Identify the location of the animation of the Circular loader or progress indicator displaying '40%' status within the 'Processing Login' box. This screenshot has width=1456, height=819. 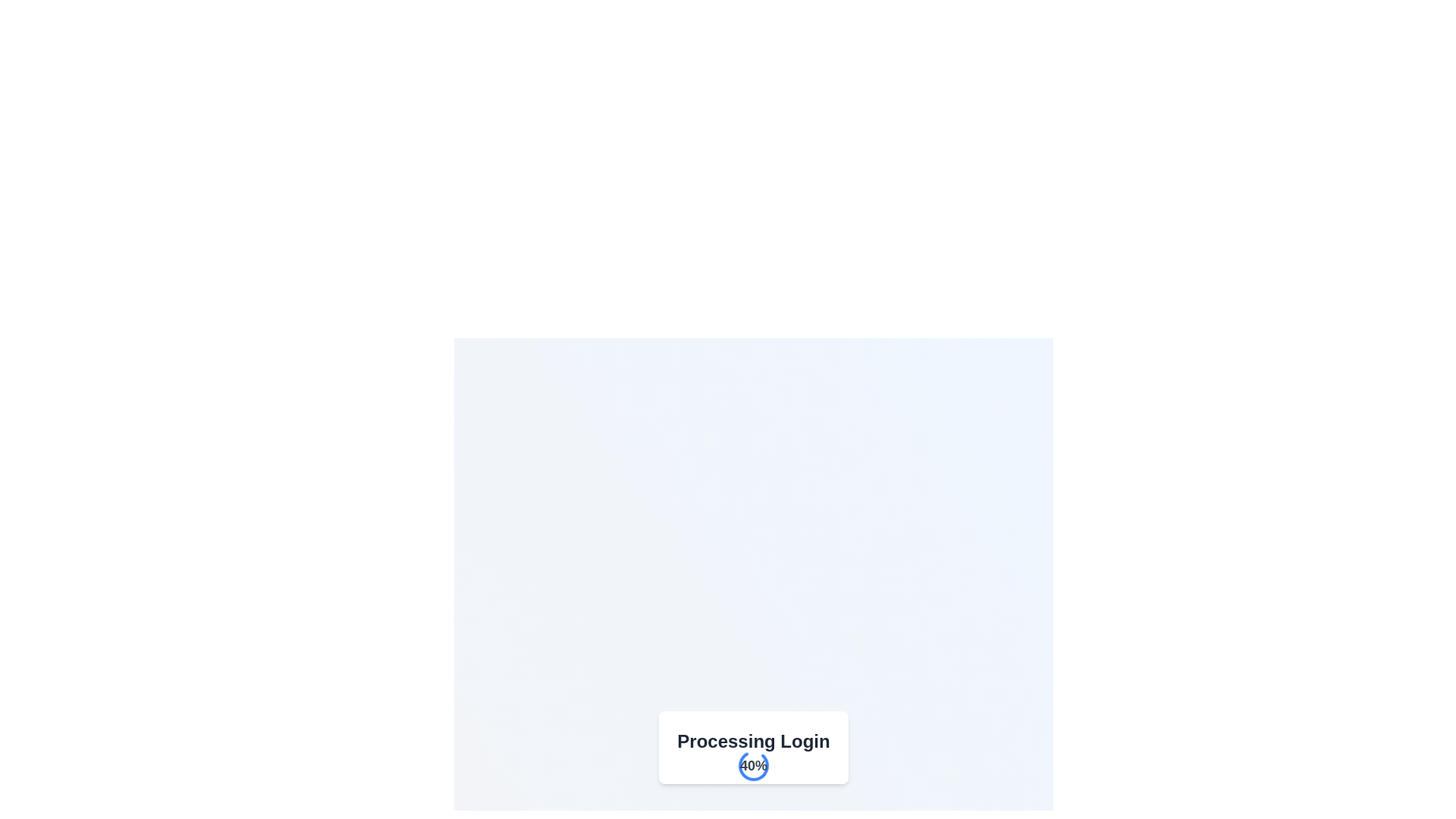
(753, 766).